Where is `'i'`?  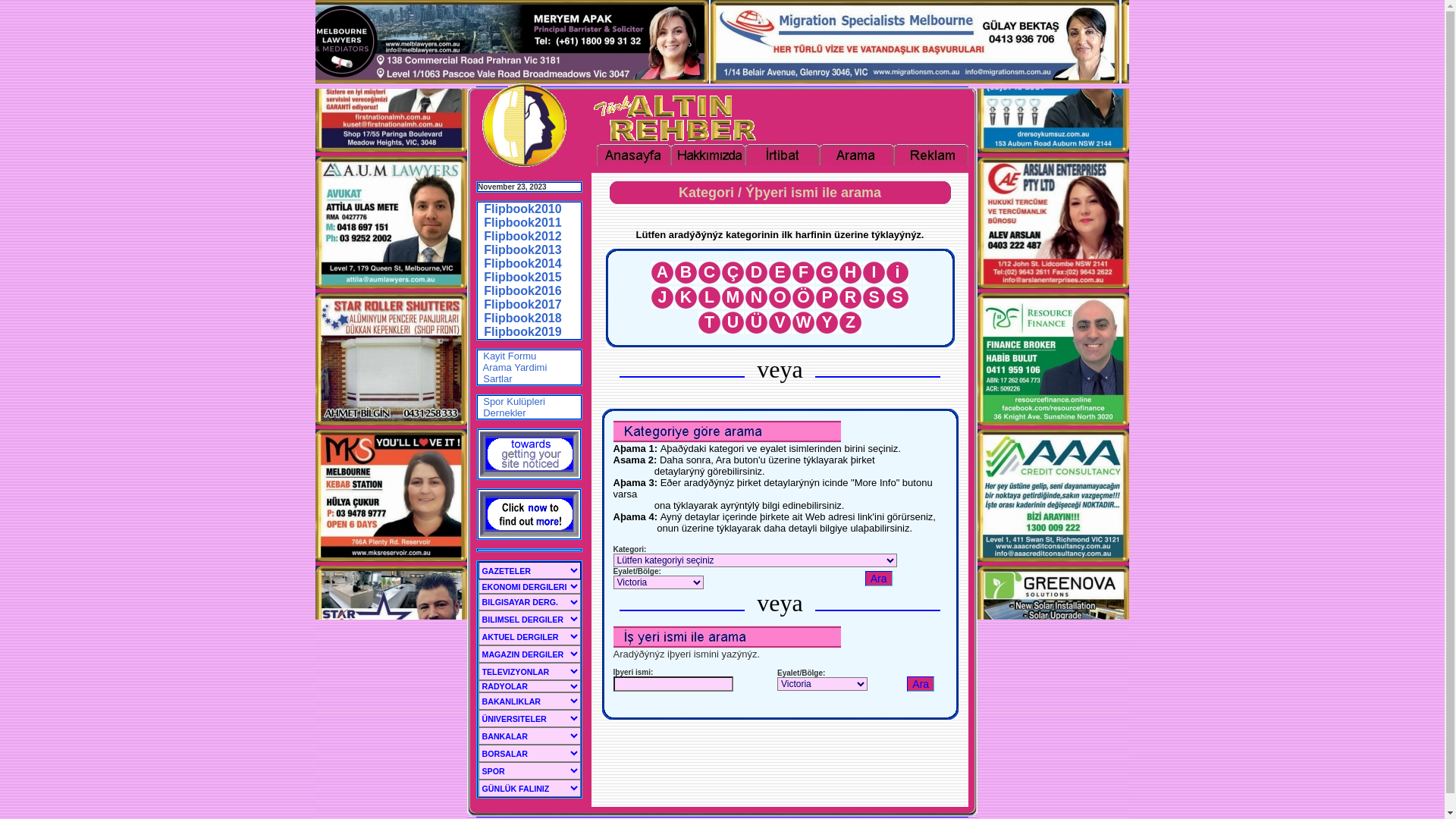 'i' is located at coordinates (895, 275).